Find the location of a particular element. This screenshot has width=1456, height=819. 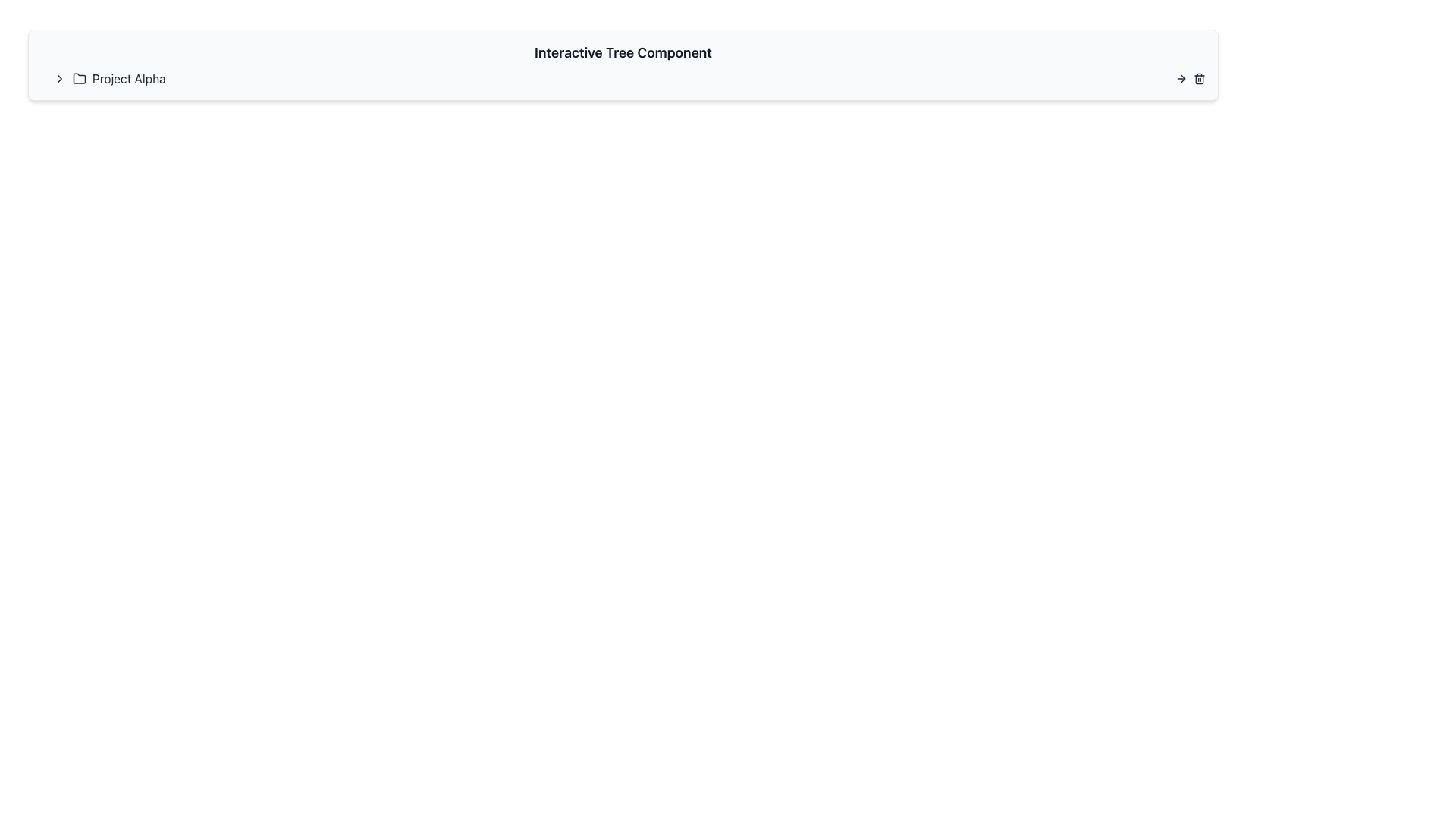

the forward navigation icon located at the top-right side of the interface is located at coordinates (1182, 79).